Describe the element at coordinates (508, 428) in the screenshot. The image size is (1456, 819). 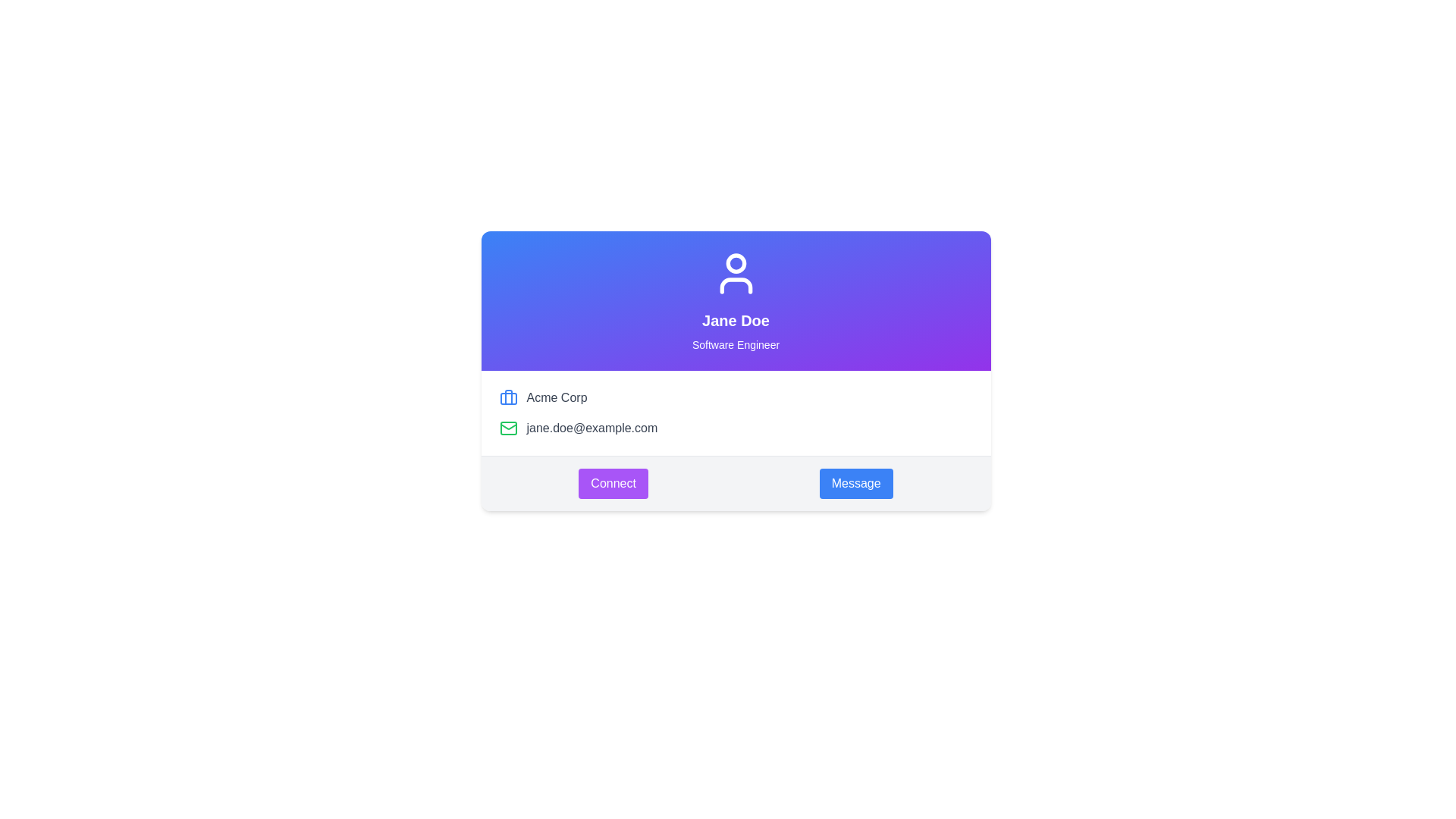
I see `the envelope icon by clicking on the rectangular shape with rounded corners that has a green outline, which is part of the envelope design` at that location.